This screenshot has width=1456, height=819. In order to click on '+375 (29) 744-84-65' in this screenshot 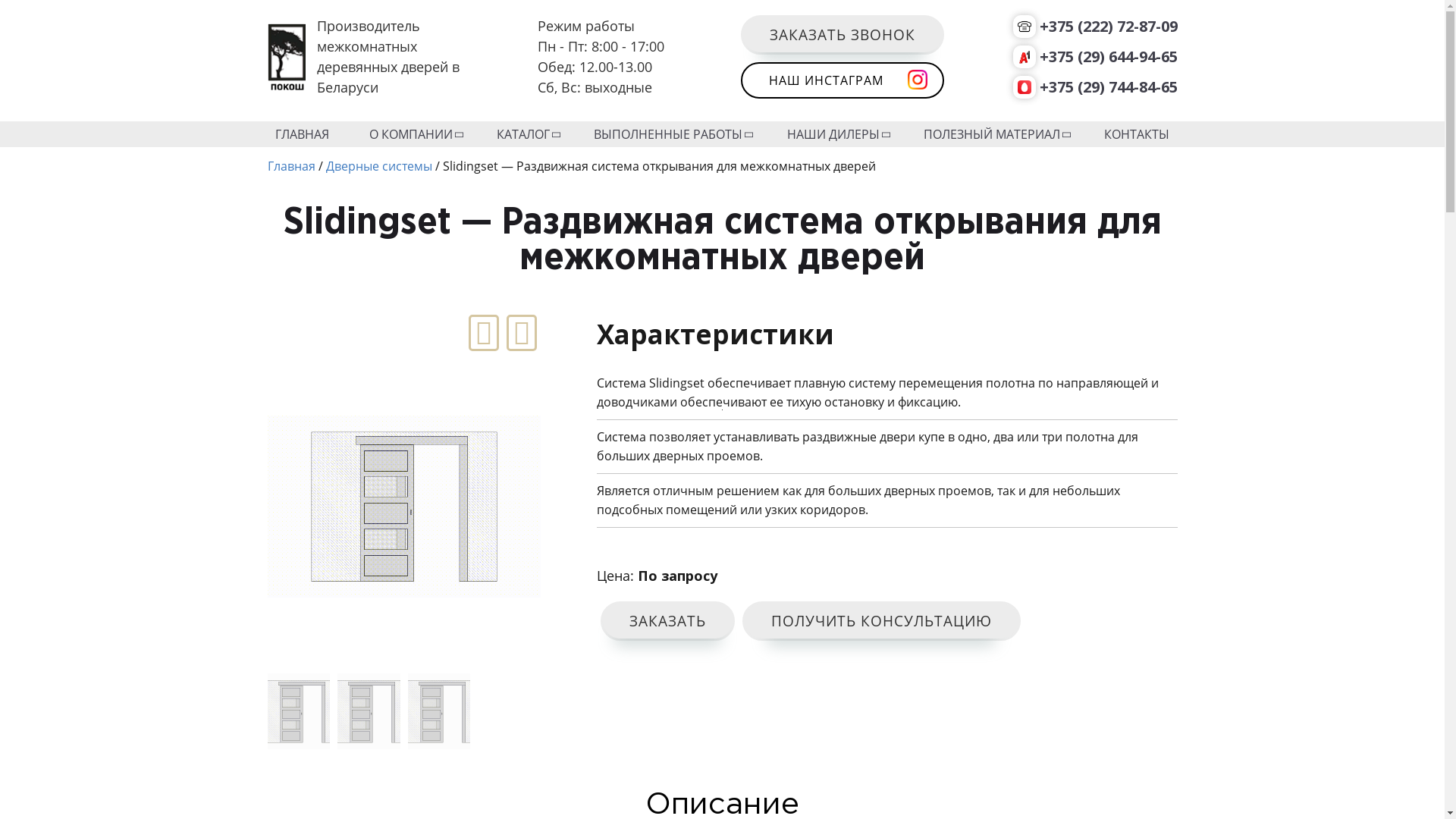, I will do `click(1095, 87)`.